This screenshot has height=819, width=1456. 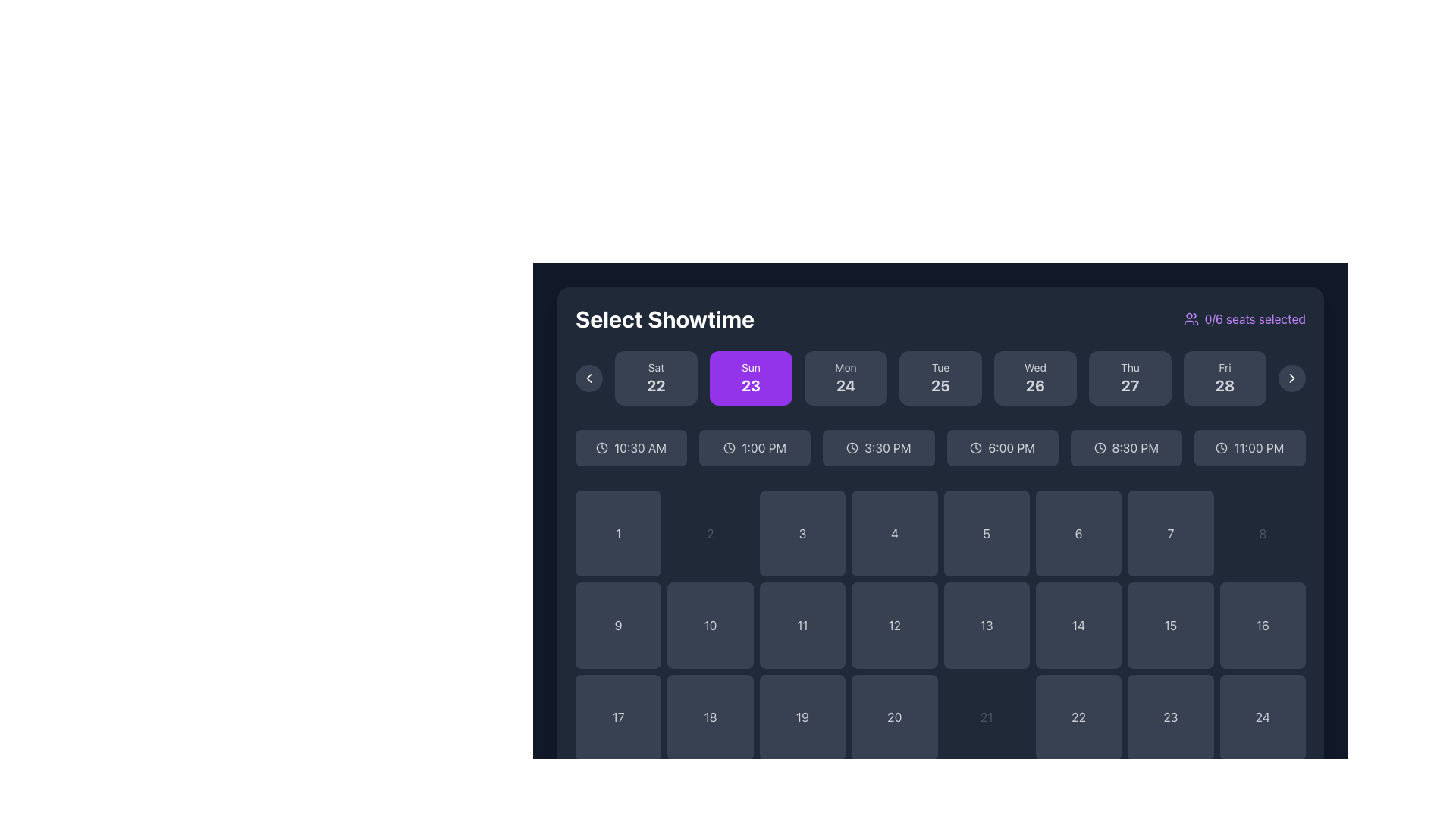 What do you see at coordinates (1078, 626) in the screenshot?
I see `the button located in row 2, column 6 of the grid layout` at bounding box center [1078, 626].